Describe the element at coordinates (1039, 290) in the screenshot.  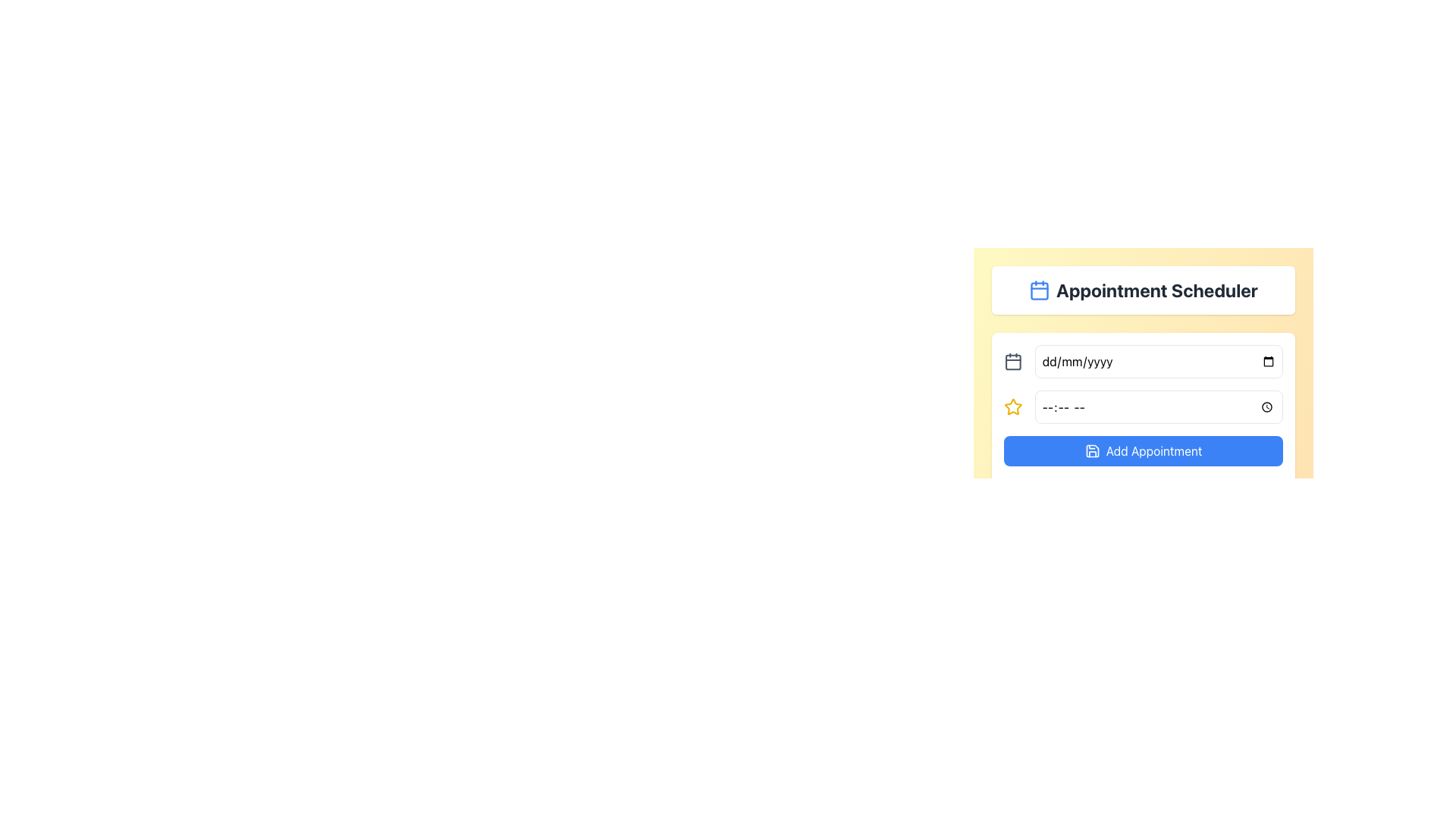
I see `the blue calendar icon located to the left of the 'Appointment Scheduler' text, which features a rectangular body and two lines at the top` at that location.